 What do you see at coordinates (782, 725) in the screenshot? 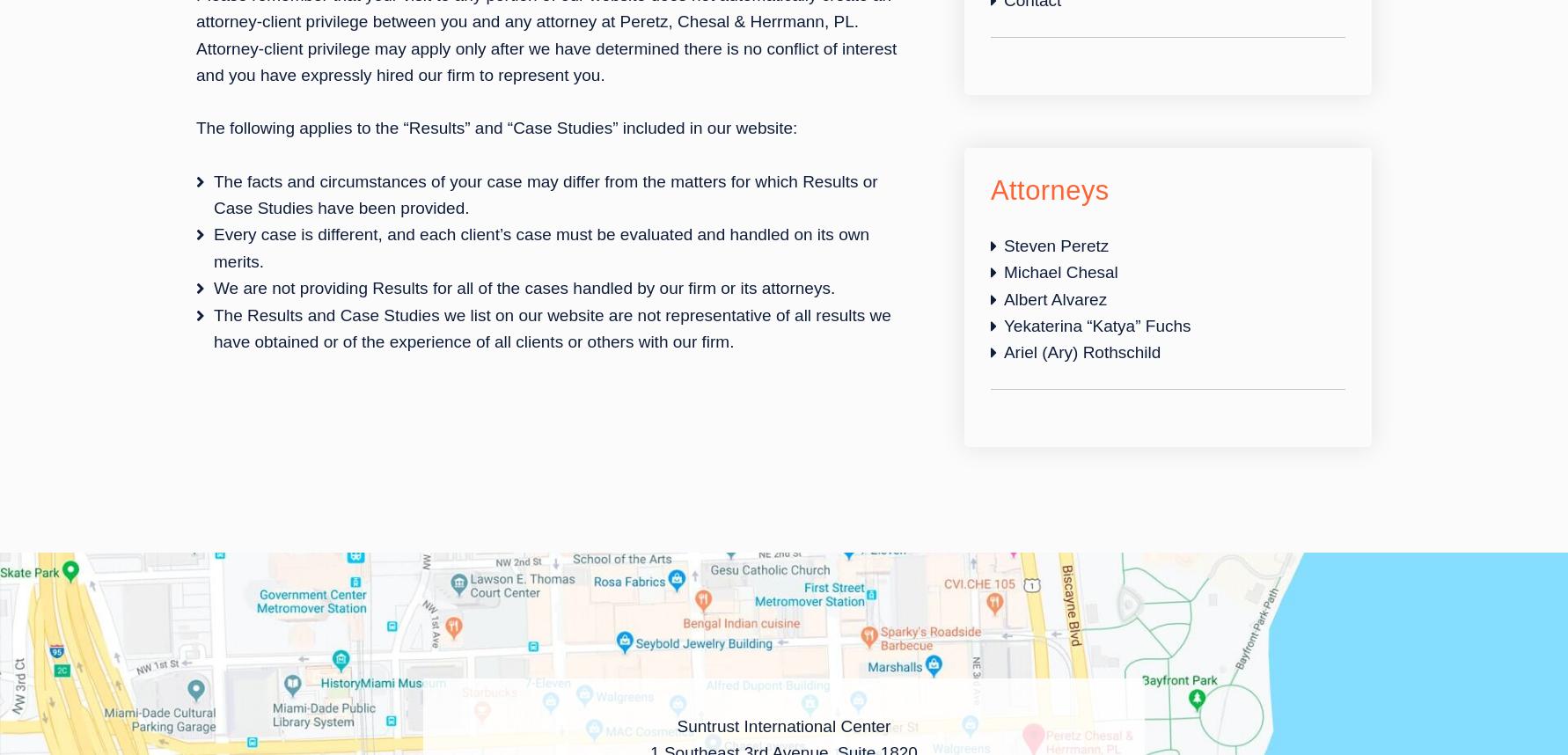
I see `'Suntrust International Center'` at bounding box center [782, 725].